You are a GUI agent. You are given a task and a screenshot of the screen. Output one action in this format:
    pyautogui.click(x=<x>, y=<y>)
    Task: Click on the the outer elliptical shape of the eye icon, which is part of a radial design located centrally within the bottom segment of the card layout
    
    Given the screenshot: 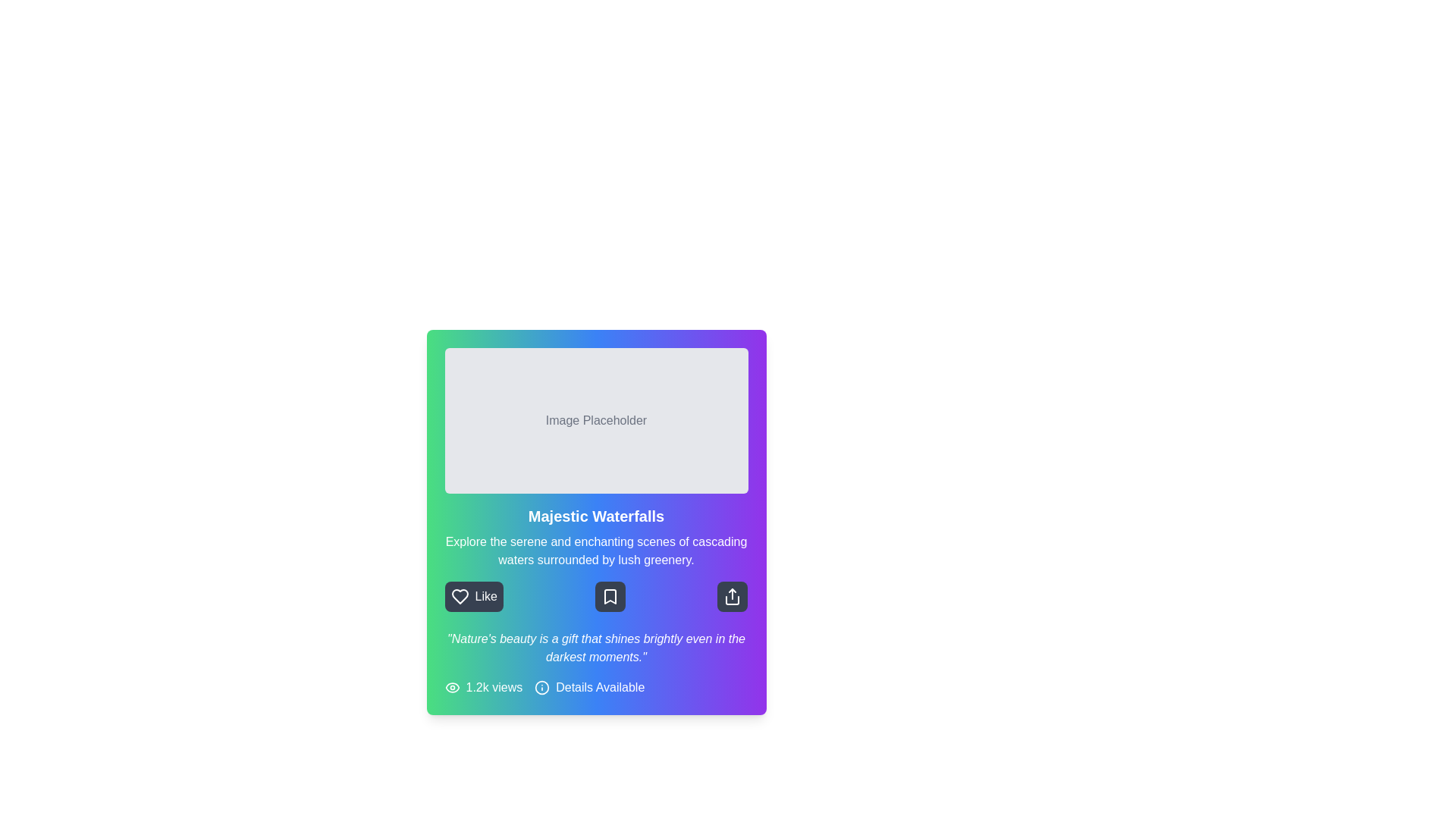 What is the action you would take?
    pyautogui.click(x=451, y=687)
    